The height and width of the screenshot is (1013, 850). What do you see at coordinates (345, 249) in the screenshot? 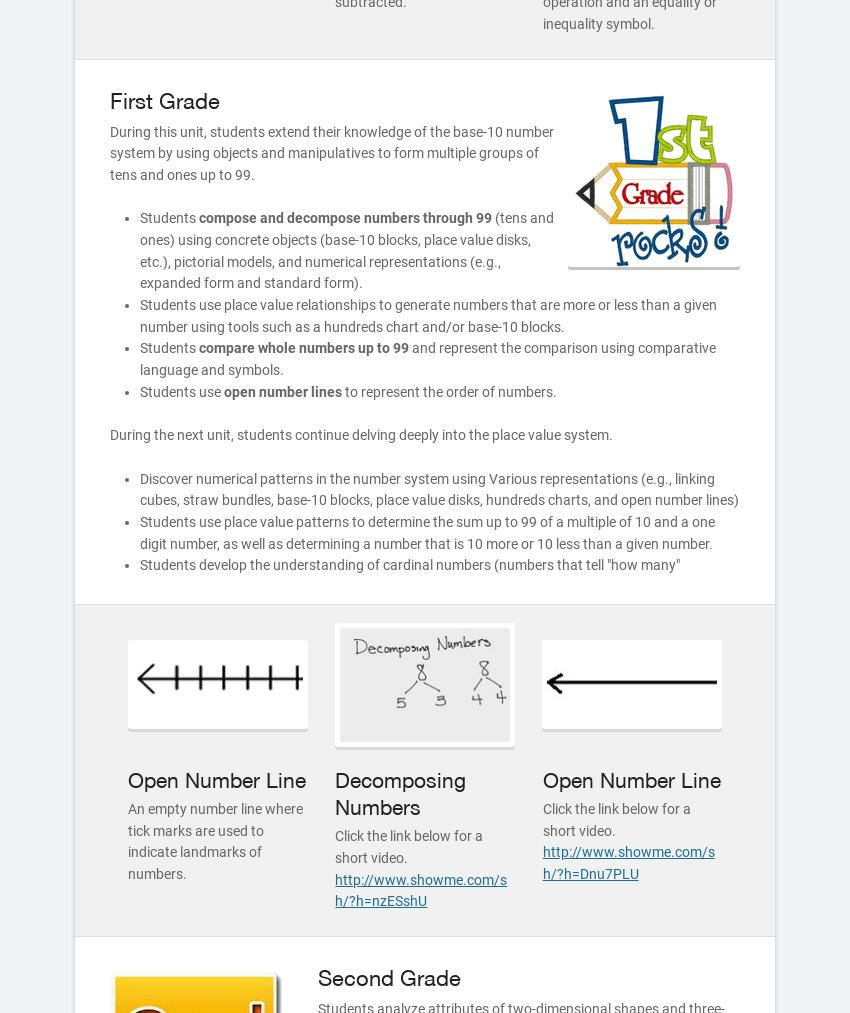
I see `'(tens and ones) using concrete objects (base-10 blocks, place value disks, etc.), pictorial models, and numerical representations (e.g., expanded form and standard form).'` at bounding box center [345, 249].